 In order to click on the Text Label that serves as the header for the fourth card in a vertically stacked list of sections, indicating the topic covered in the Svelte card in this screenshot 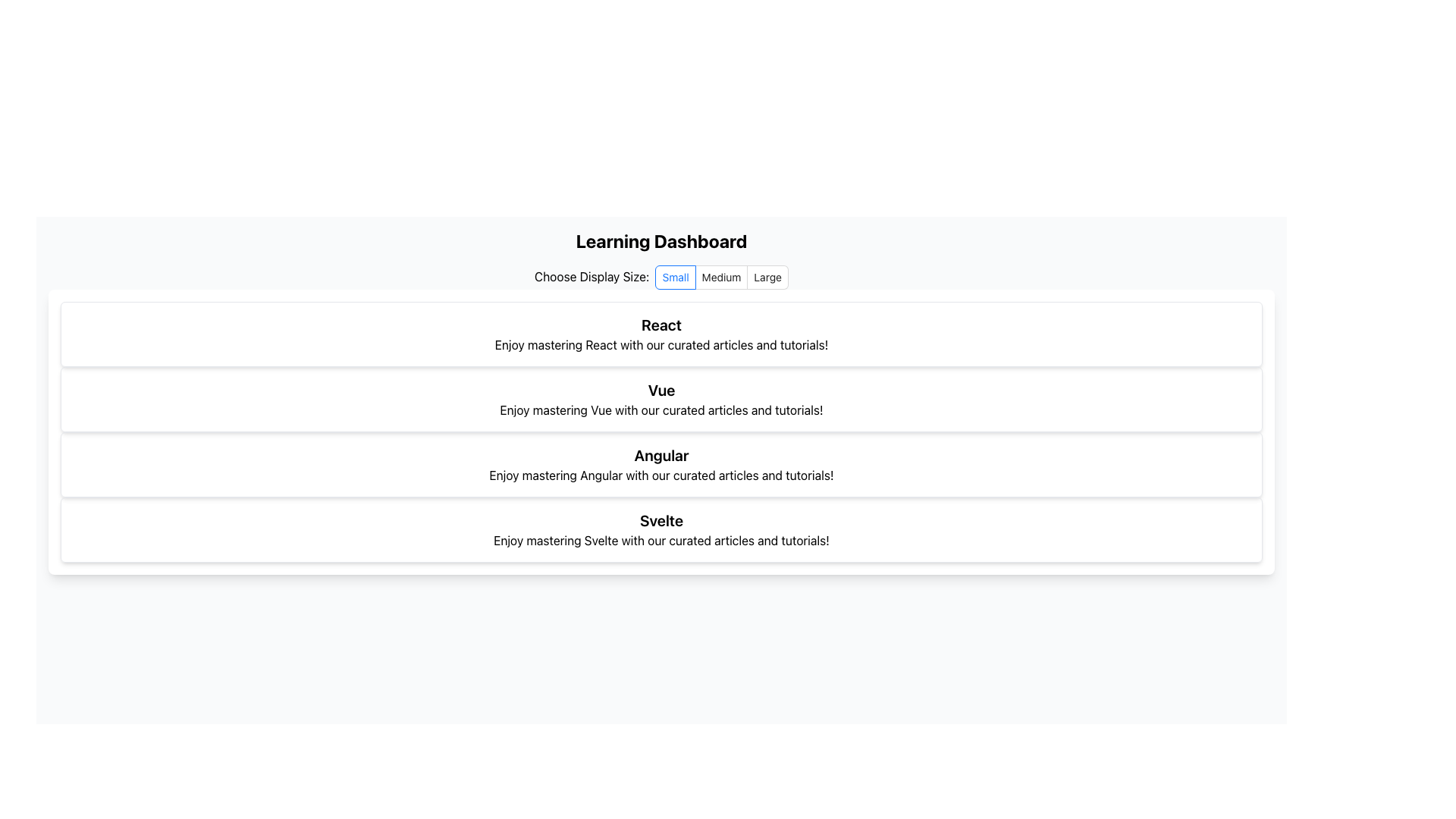, I will do `click(661, 519)`.